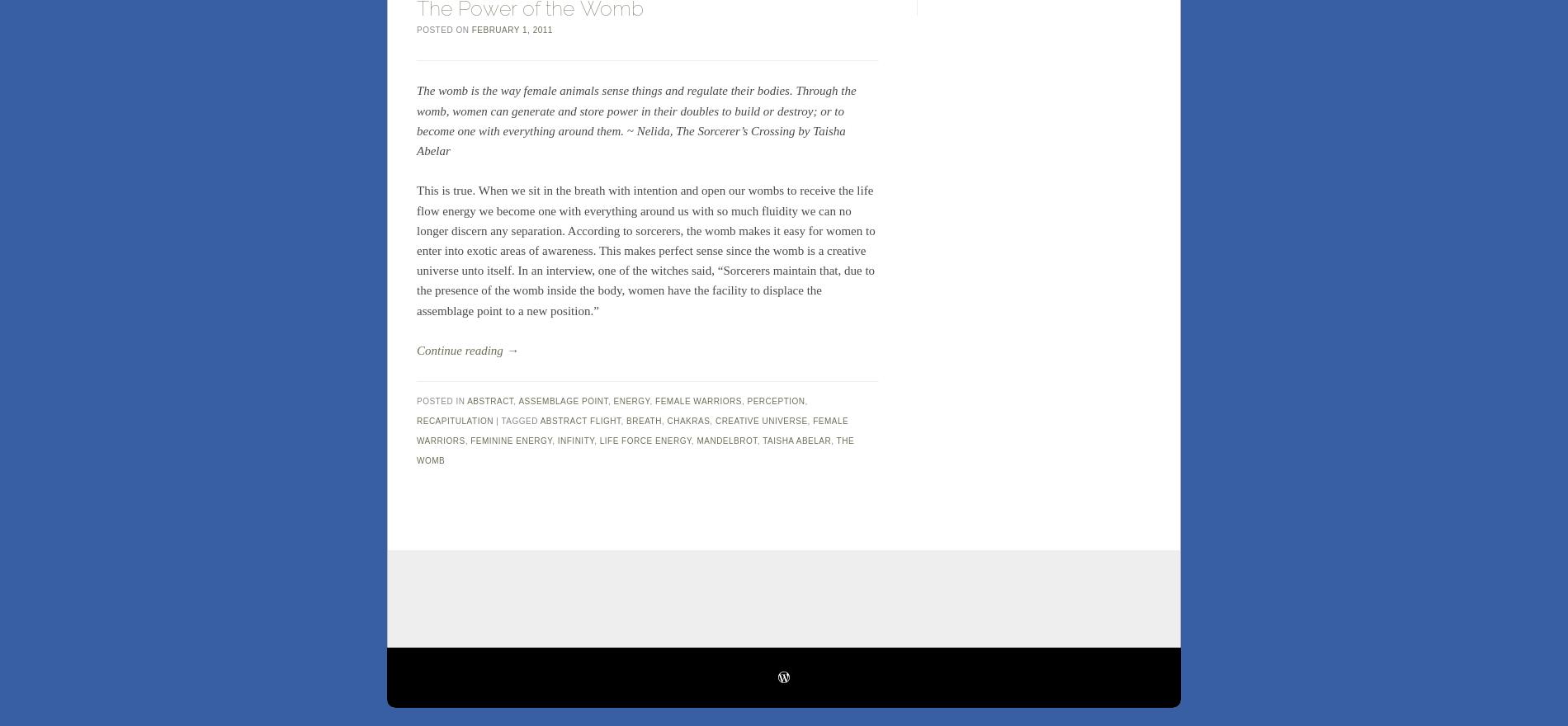 The image size is (1568, 726). Describe the element at coordinates (511, 439) in the screenshot. I see `'feminine energy'` at that location.